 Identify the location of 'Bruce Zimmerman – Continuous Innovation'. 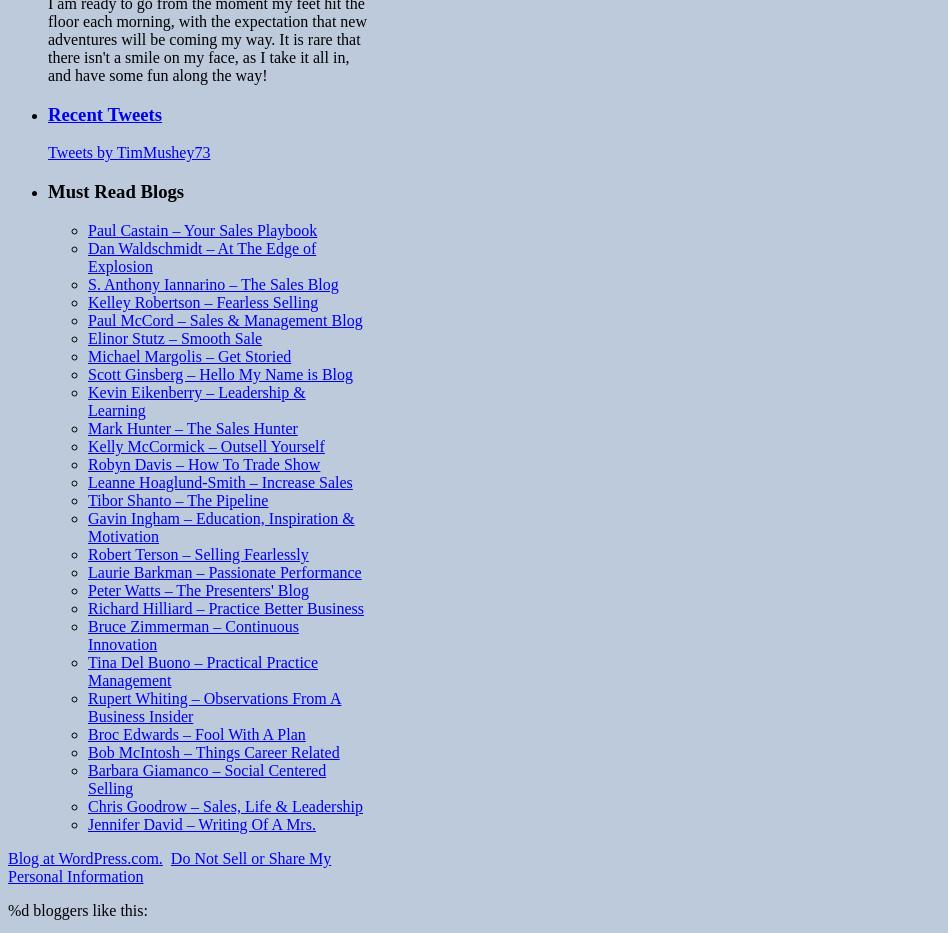
(192, 633).